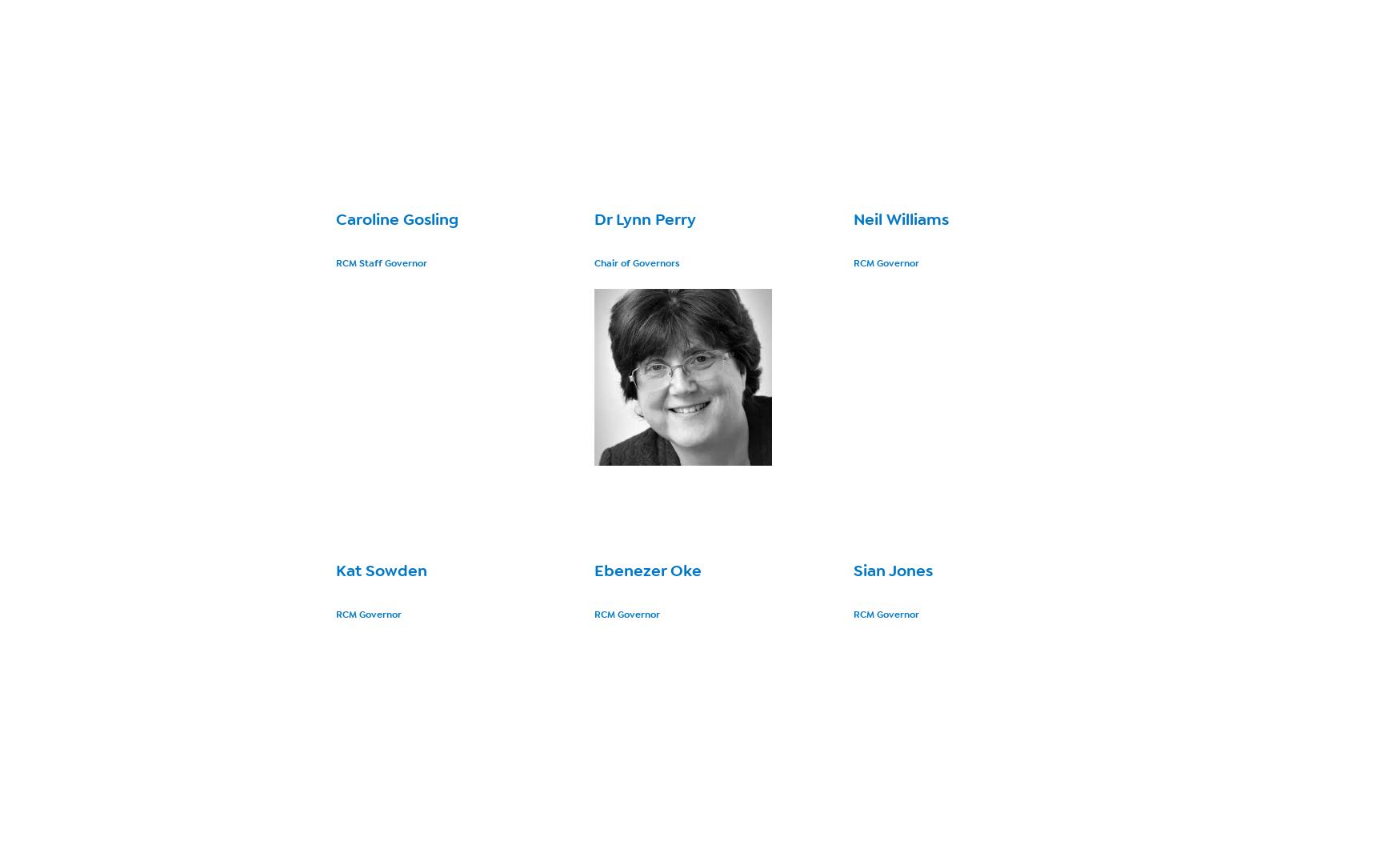  What do you see at coordinates (636, 263) in the screenshot?
I see `'Chair of Governors'` at bounding box center [636, 263].